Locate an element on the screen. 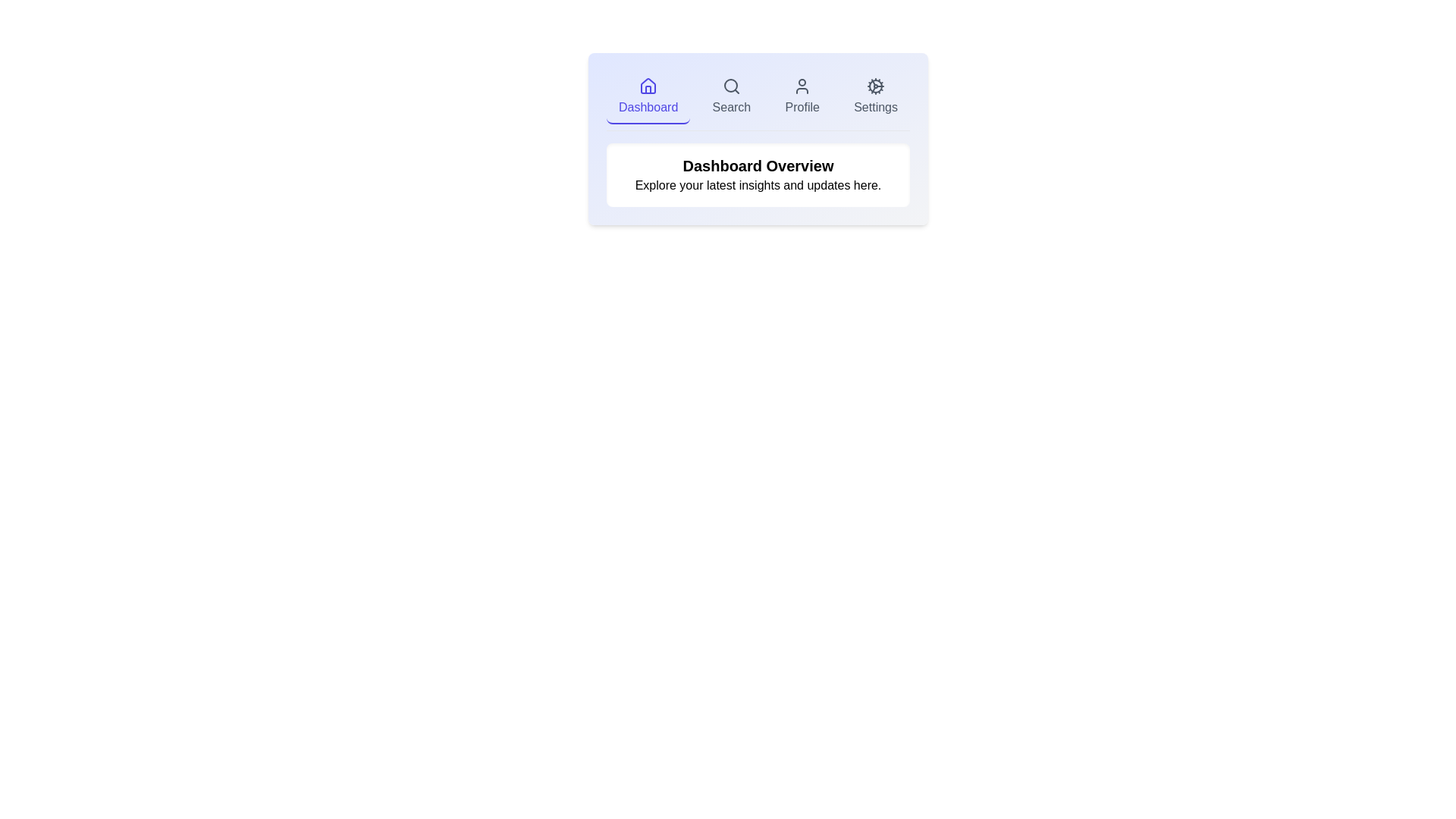 The height and width of the screenshot is (819, 1456). the leftmost icon in the top navigation bar that represents the 'Dashboard' section is located at coordinates (648, 86).